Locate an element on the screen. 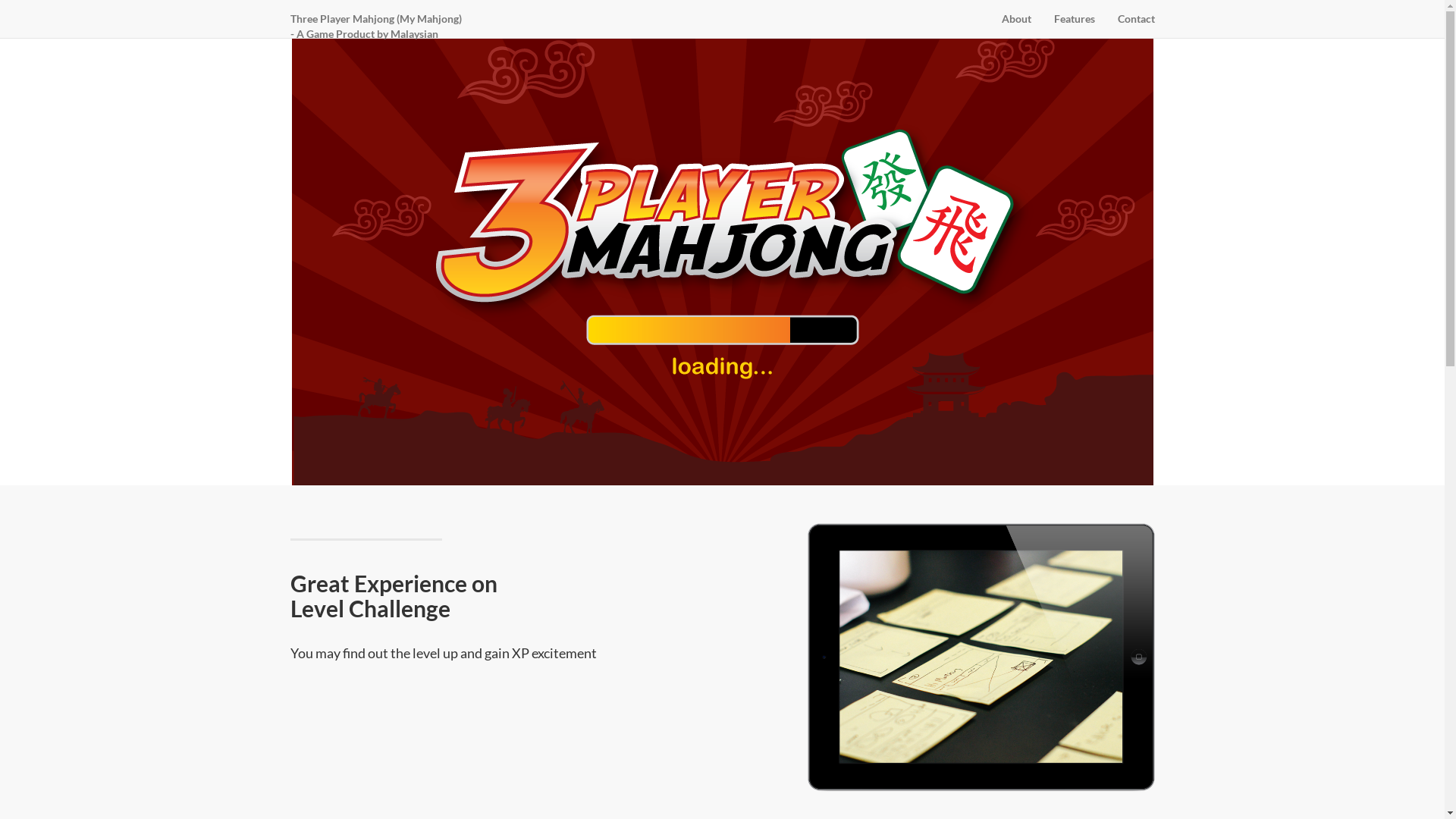 The image size is (1456, 819). 'Features' is located at coordinates (1073, 18).